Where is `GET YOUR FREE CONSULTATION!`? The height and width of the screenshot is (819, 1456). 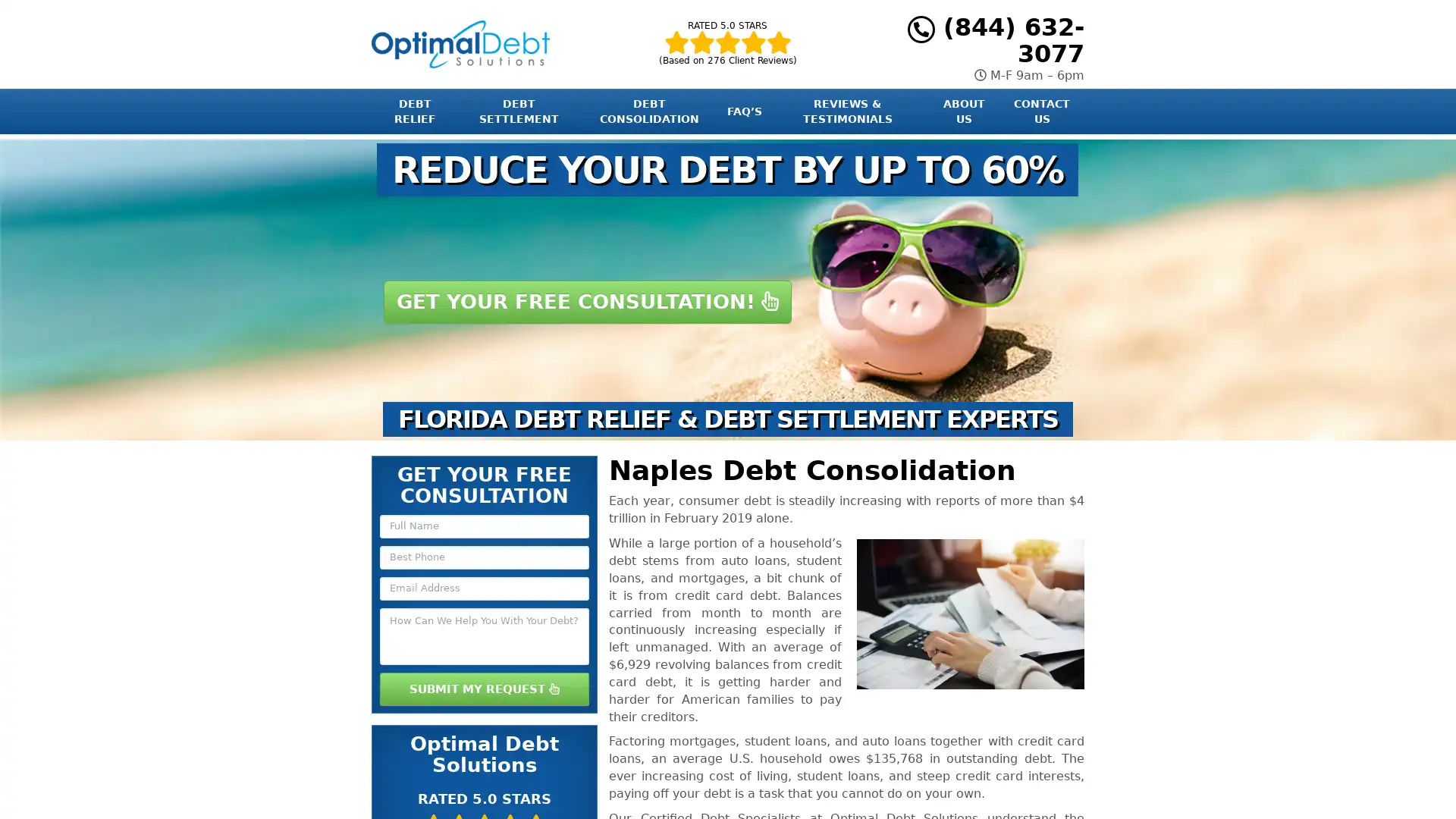
GET YOUR FREE CONSULTATION! is located at coordinates (586, 301).